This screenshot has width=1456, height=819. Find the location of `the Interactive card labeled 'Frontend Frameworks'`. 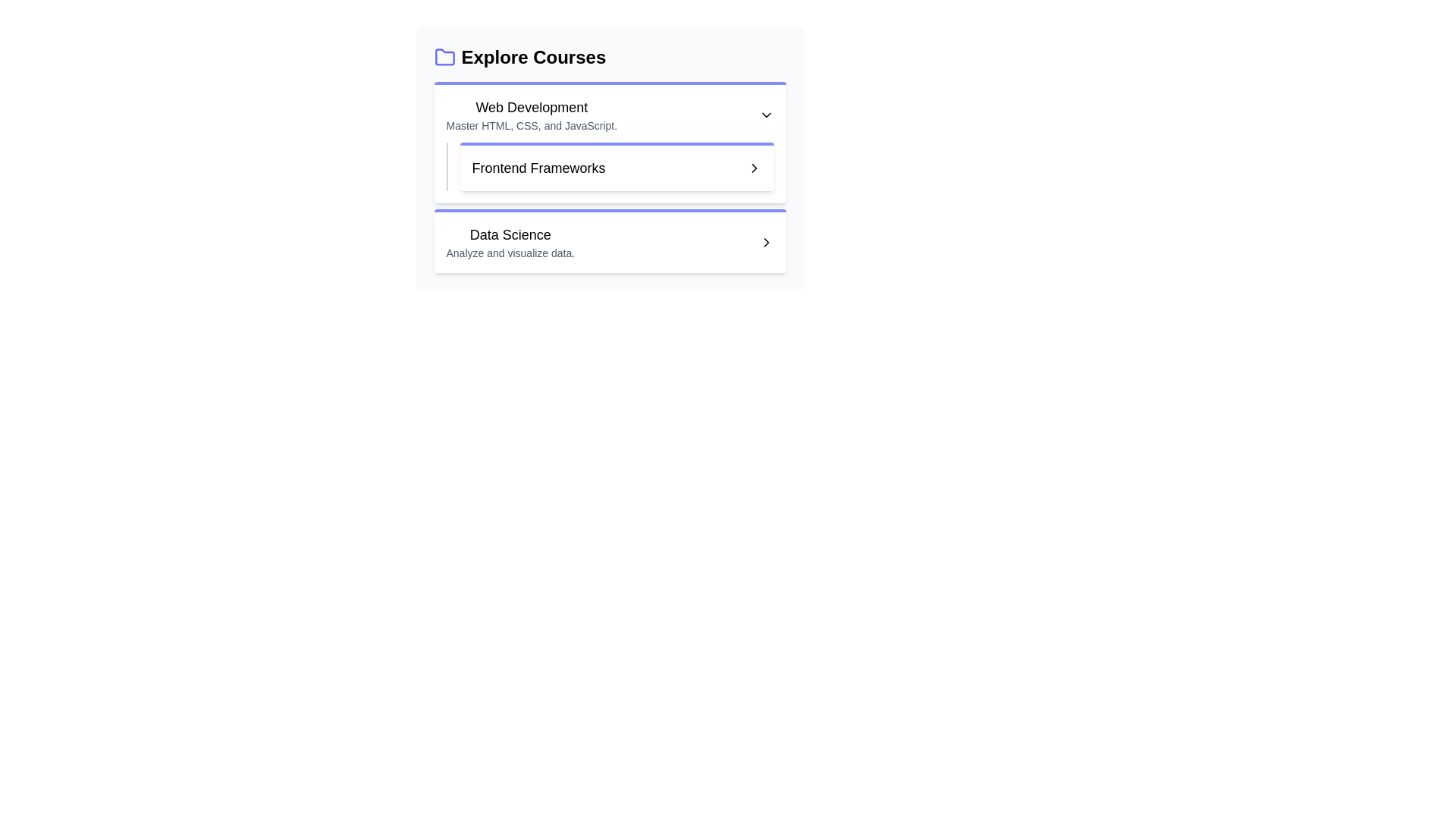

the Interactive card labeled 'Frontend Frameworks' is located at coordinates (610, 158).